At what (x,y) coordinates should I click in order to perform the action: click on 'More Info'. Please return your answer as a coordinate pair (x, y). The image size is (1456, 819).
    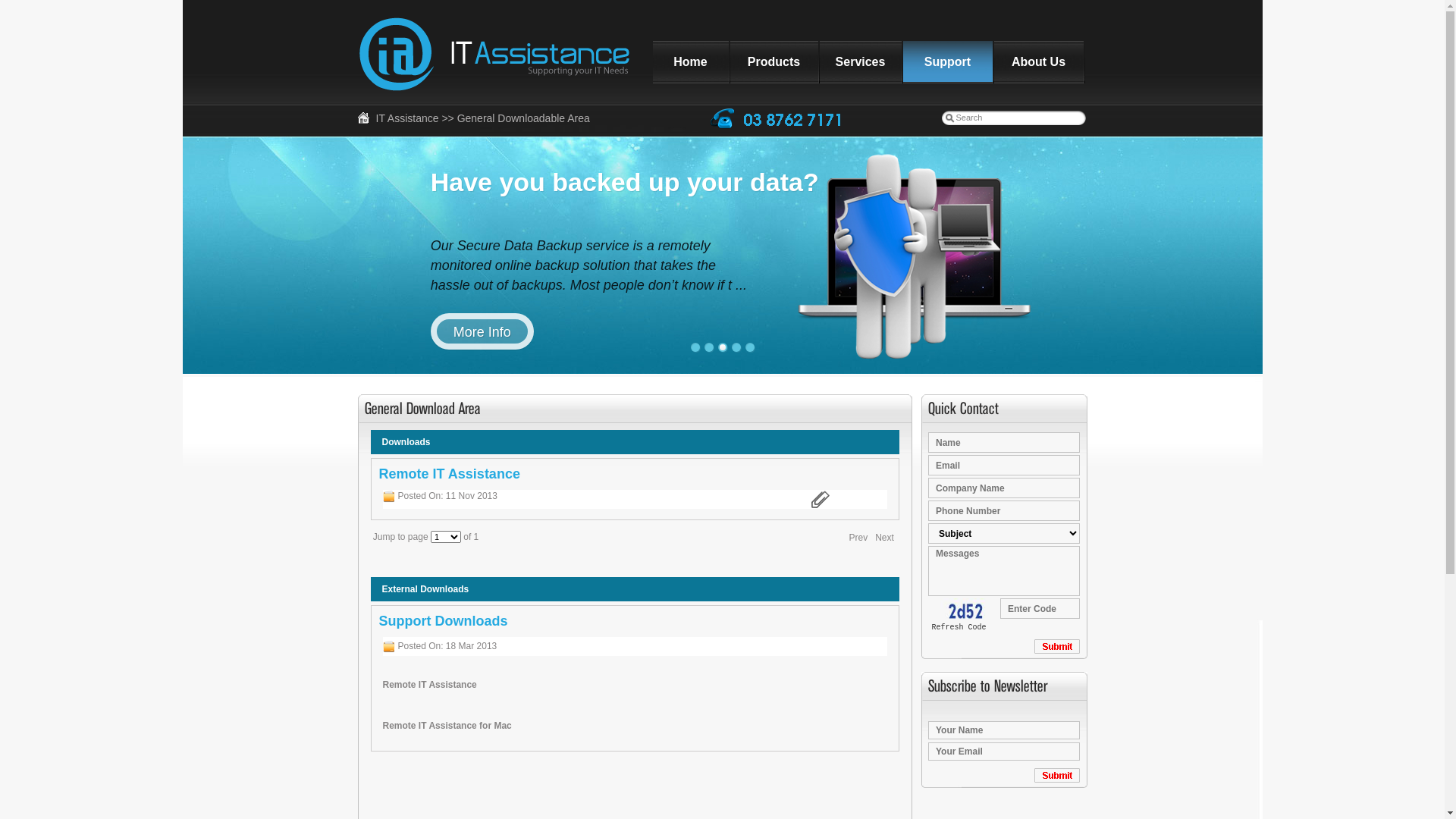
    Looking at the image, I should click on (481, 330).